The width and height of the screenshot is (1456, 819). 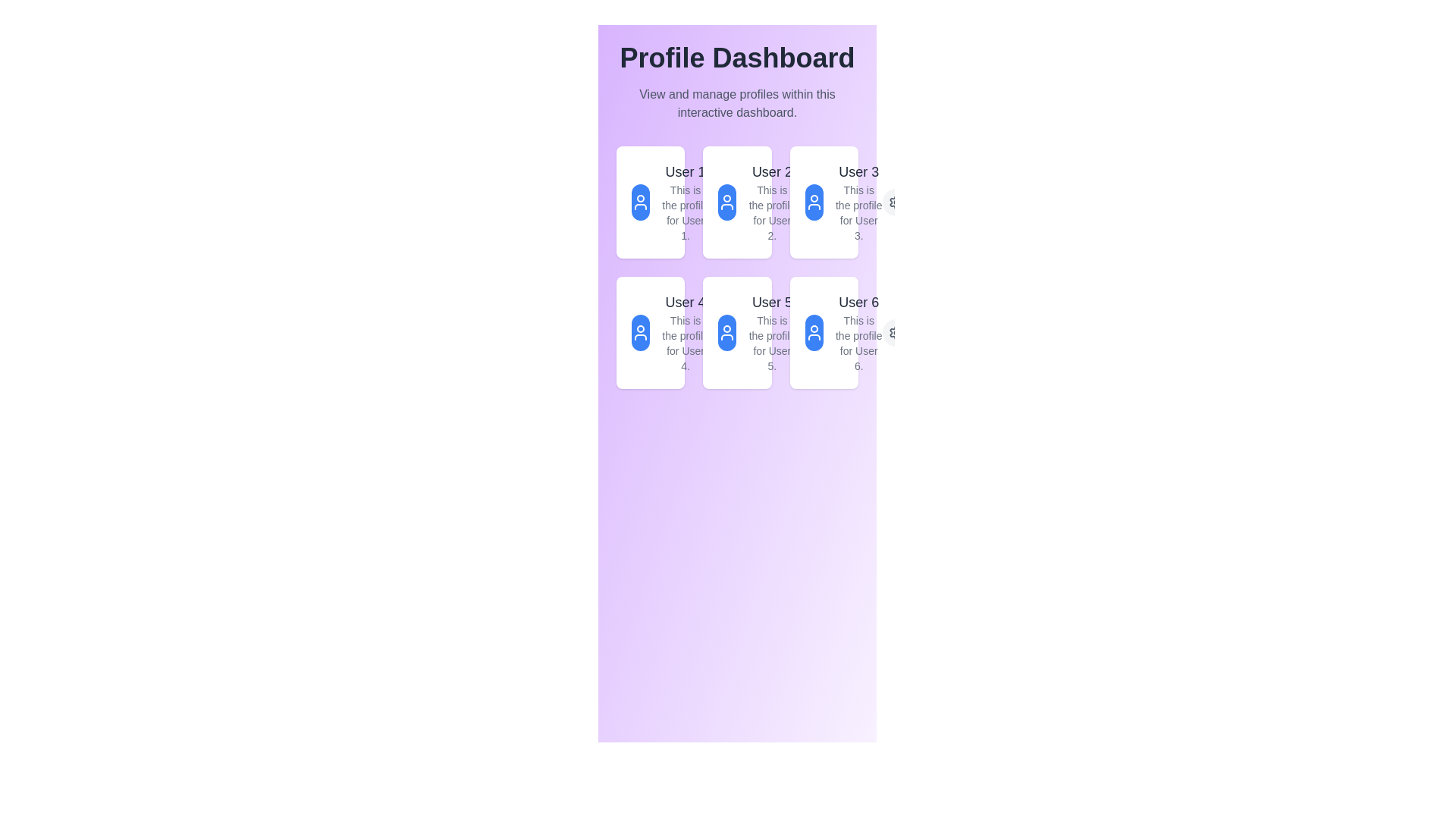 What do you see at coordinates (669, 201) in the screenshot?
I see `the profile card displaying the user's name and brief description, located at the top-left corner of the grid layout of user profile cards` at bounding box center [669, 201].